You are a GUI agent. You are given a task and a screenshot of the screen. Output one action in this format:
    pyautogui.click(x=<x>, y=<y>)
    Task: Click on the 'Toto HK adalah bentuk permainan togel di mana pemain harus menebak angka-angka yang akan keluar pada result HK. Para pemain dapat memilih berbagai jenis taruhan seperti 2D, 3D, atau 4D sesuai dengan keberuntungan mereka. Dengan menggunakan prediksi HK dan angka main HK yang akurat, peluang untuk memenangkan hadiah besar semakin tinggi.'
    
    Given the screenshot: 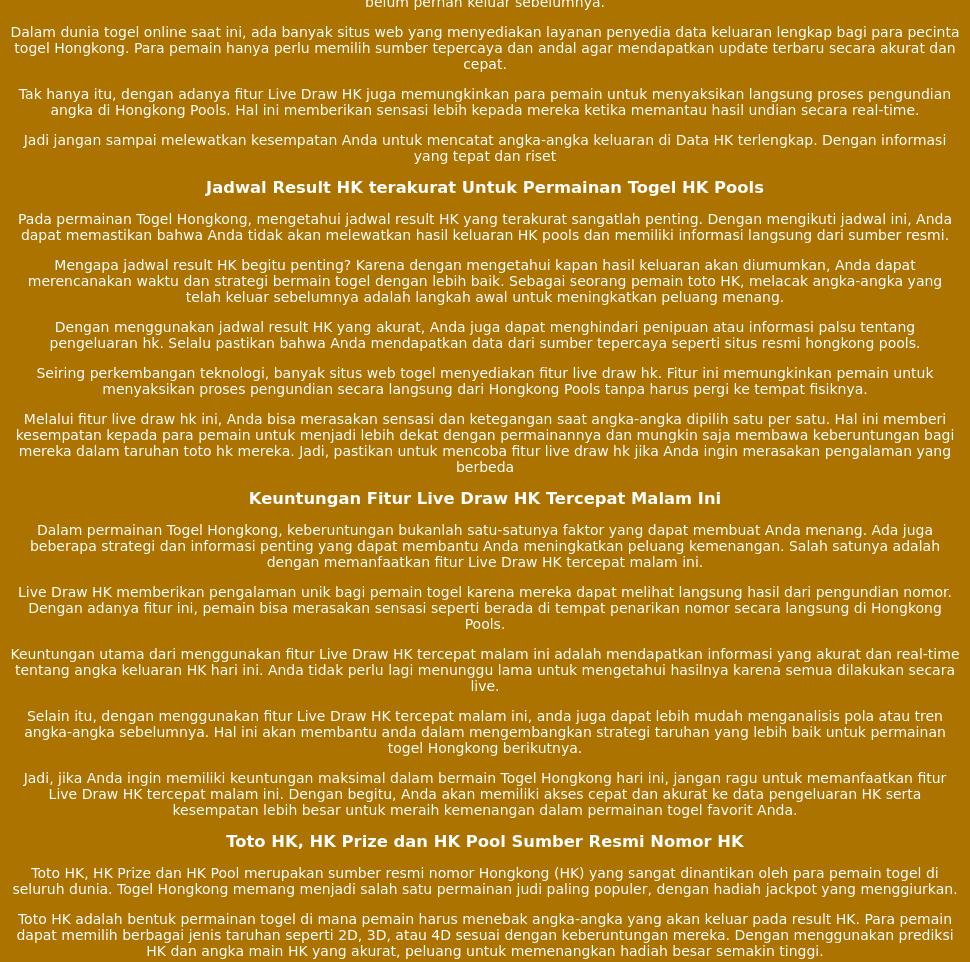 What is the action you would take?
    pyautogui.click(x=483, y=934)
    